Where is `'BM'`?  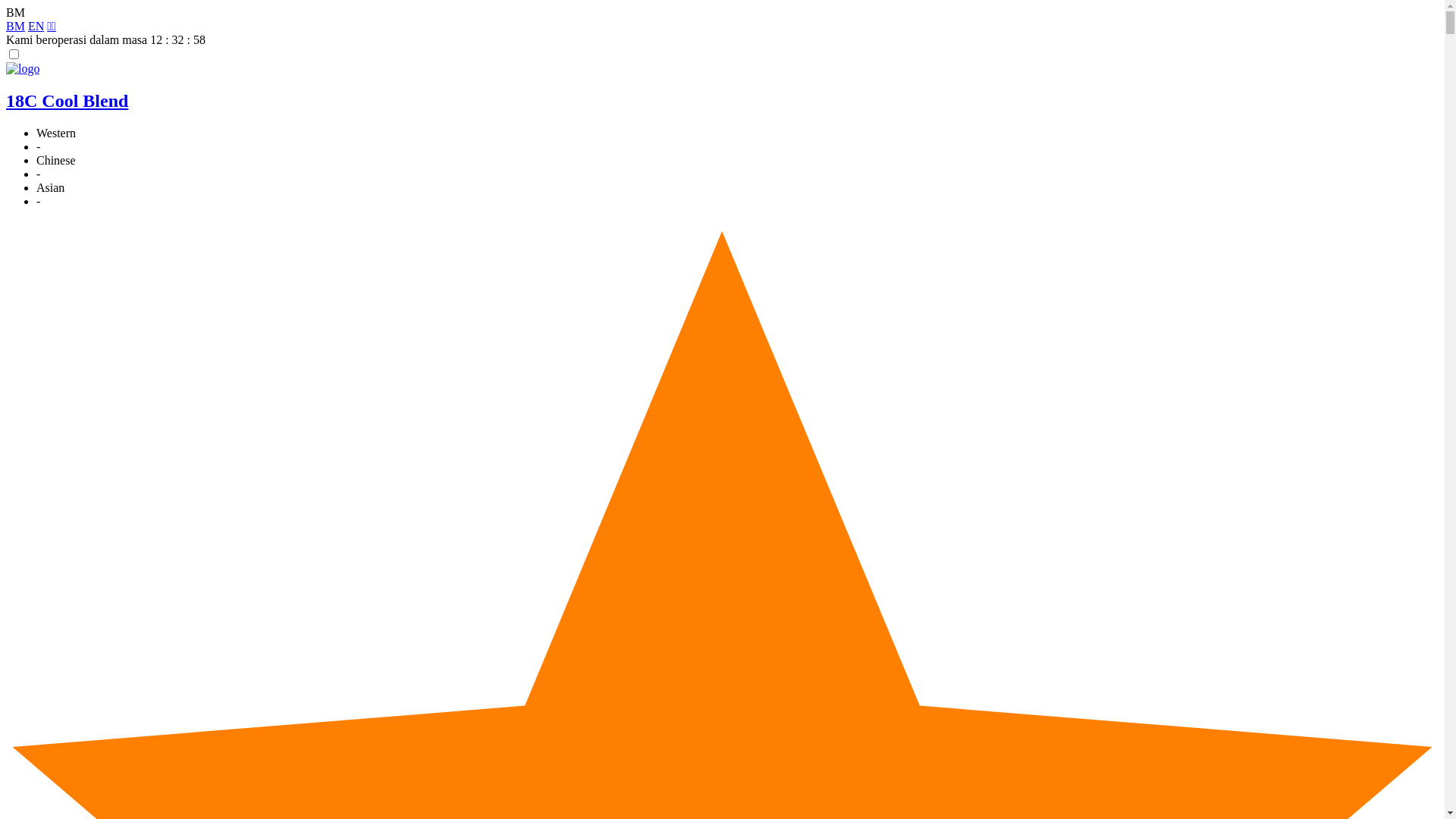
'BM' is located at coordinates (15, 12).